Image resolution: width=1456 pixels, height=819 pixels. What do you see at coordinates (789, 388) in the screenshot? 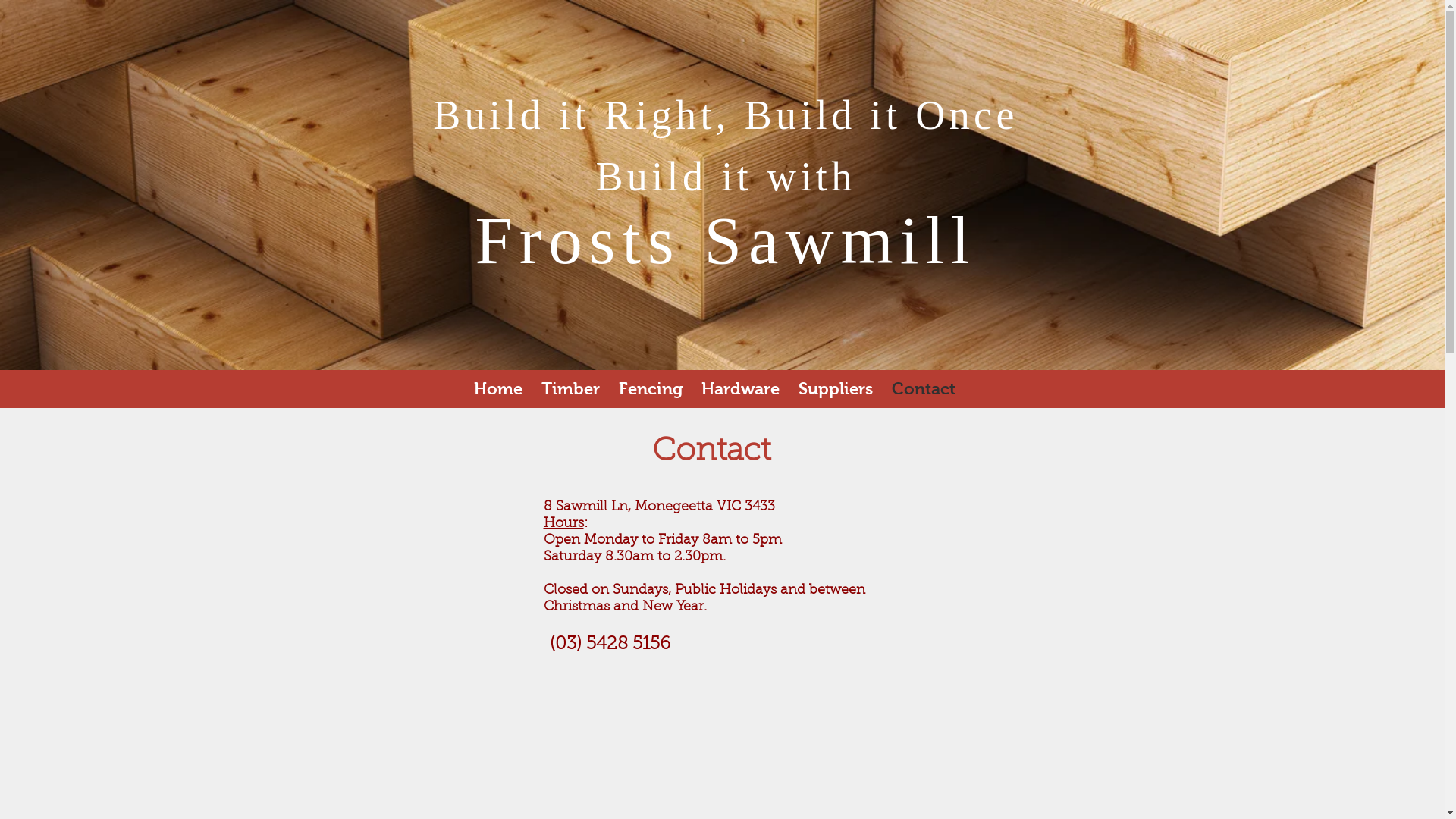
I see `'Suppliers'` at bounding box center [789, 388].